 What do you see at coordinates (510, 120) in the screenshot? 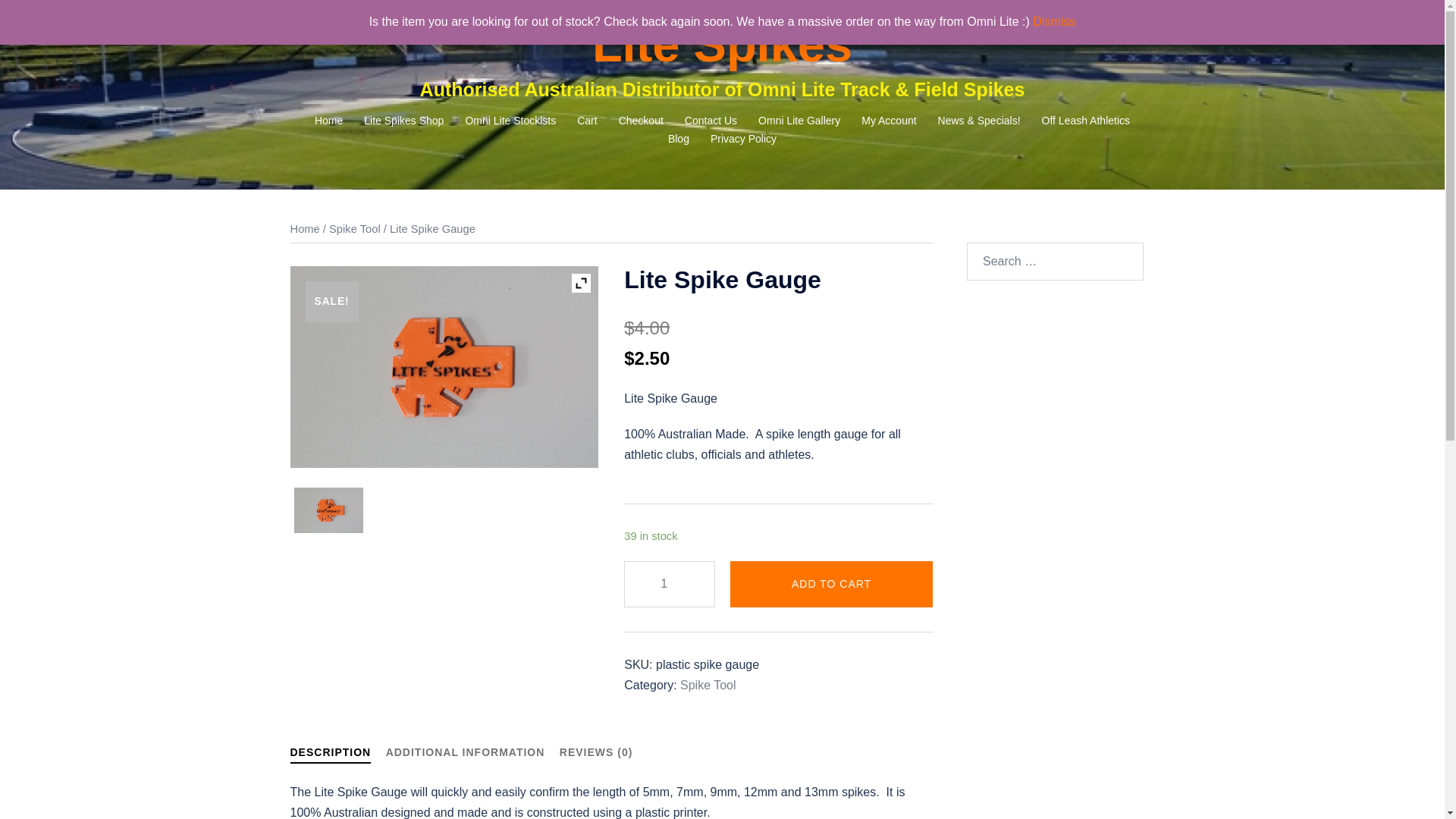
I see `'Omni Lite Stockists'` at bounding box center [510, 120].